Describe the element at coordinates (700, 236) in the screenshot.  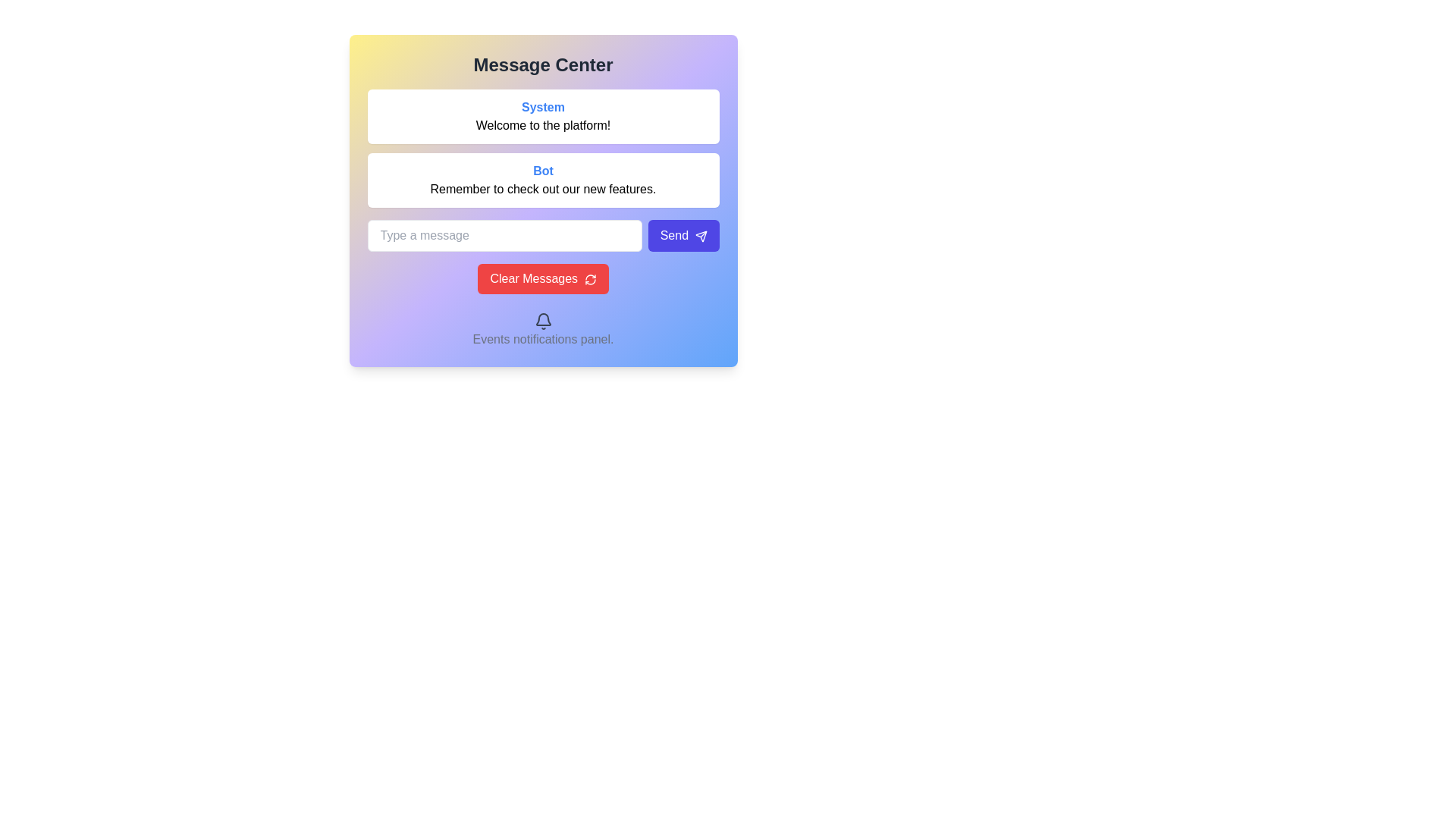
I see `the 'Send' button icon, which visually represents the action of sending a message, located on the right side of the input field in the message center interface` at that location.